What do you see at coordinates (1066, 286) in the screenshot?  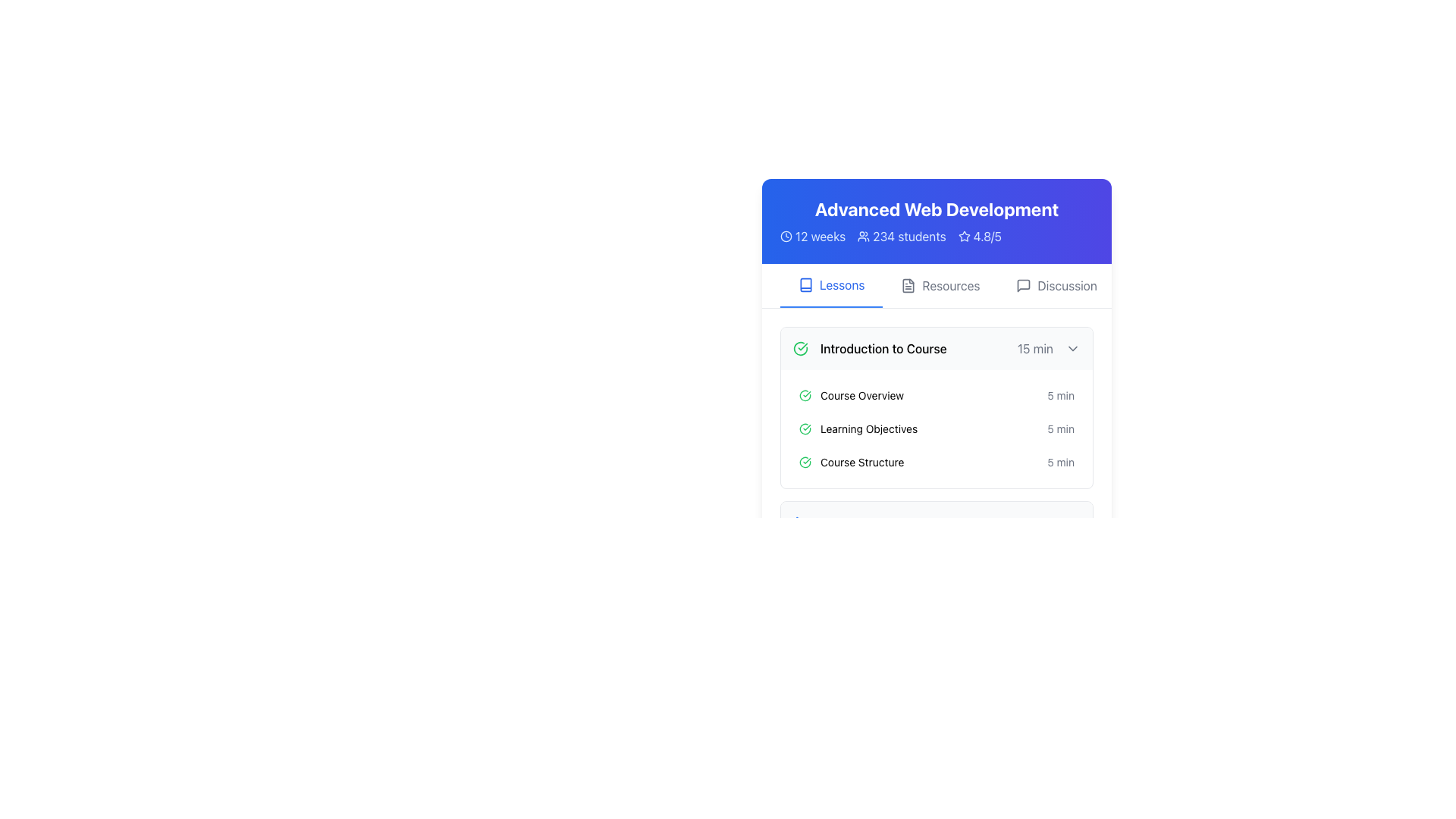 I see `the text element that represents a label or navigation item for discussions, located to the right of an icon` at bounding box center [1066, 286].